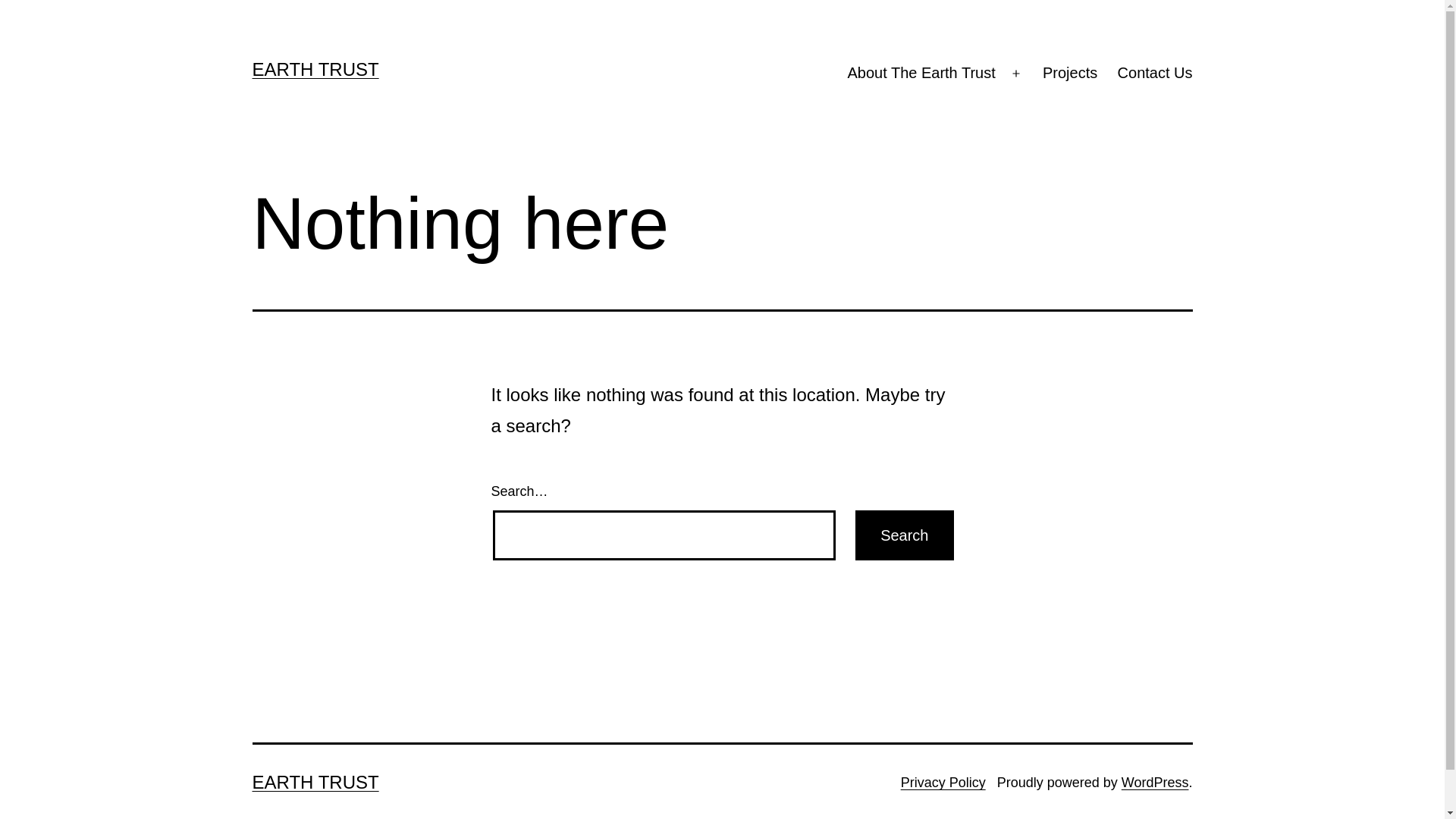 This screenshot has height=819, width=1456. I want to click on 'Projects', so click(1069, 73).